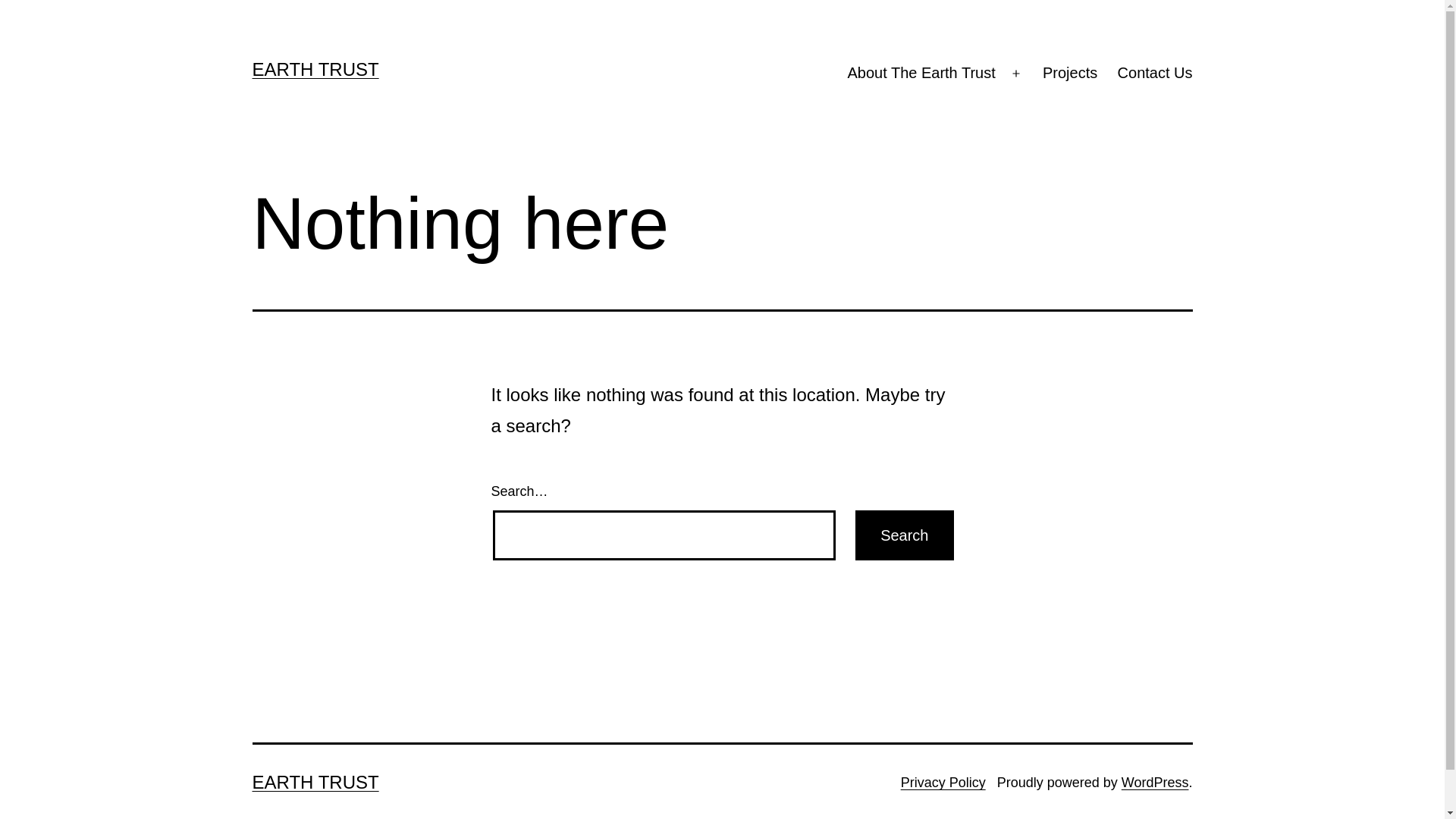 This screenshot has height=819, width=1456. I want to click on 'Projects', so click(1069, 73).